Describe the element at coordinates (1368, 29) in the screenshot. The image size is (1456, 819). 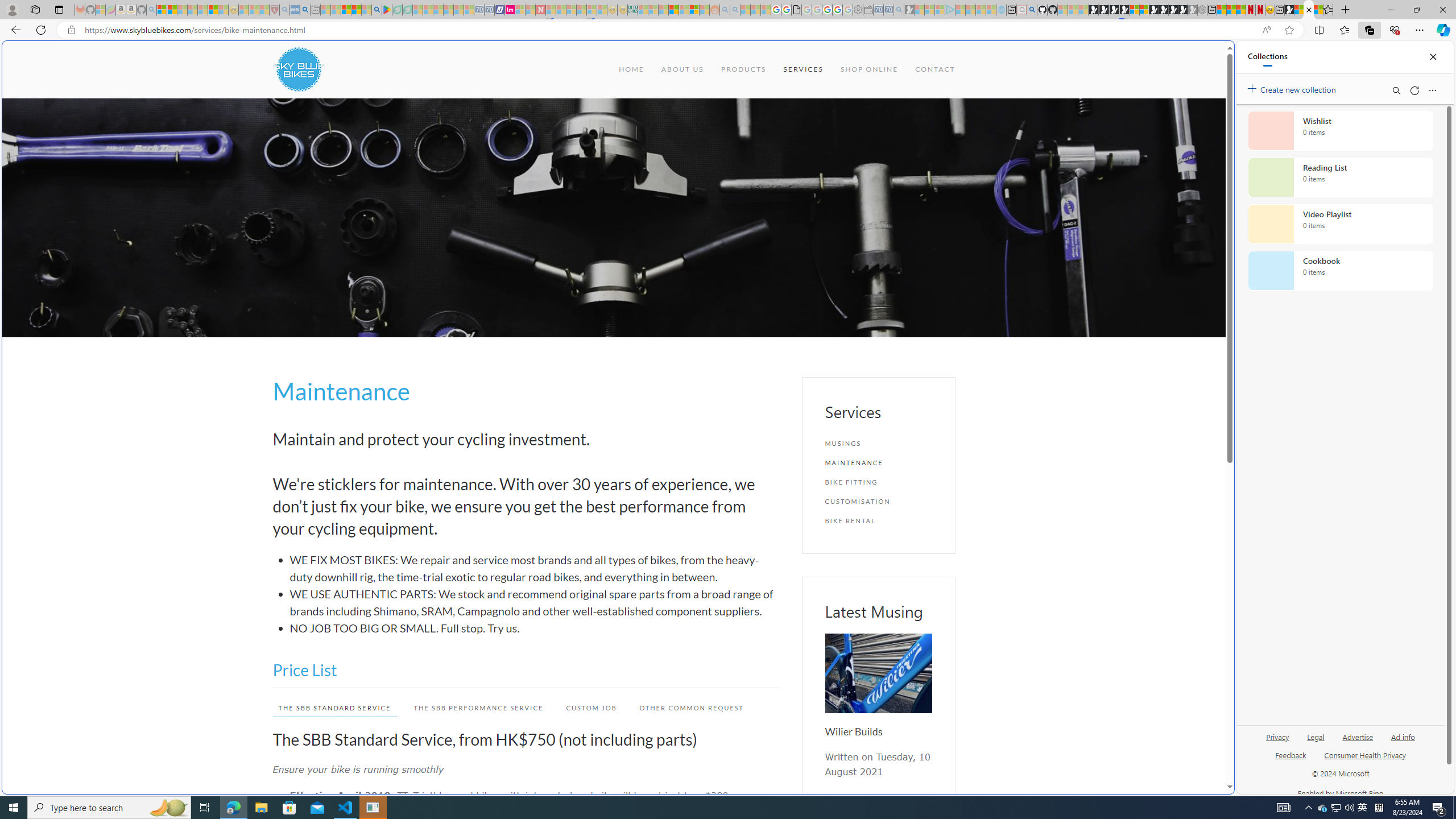
I see `'Collections'` at that location.